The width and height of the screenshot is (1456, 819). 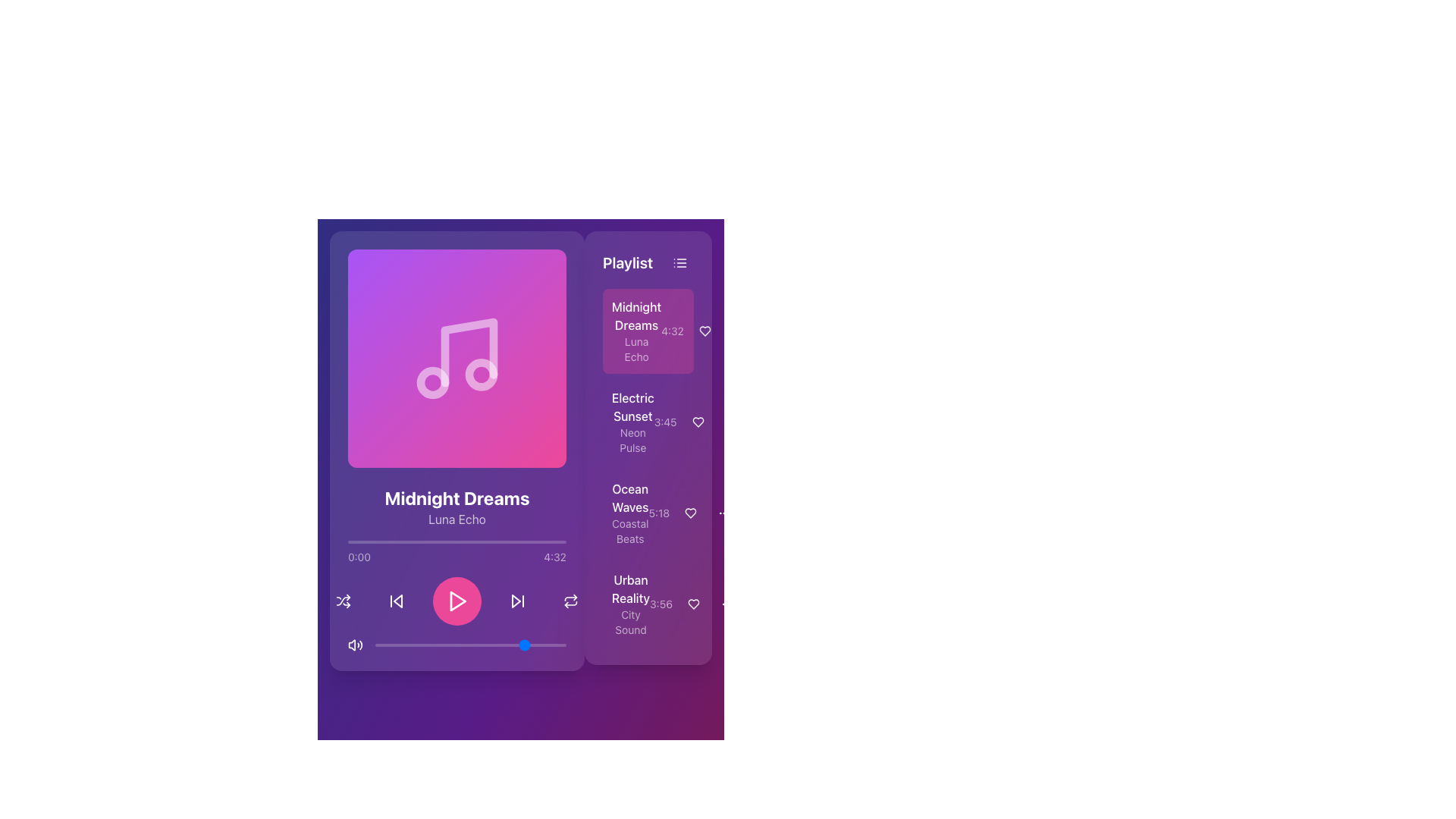 I want to click on the heart-shaped icon representing a 'like' or 'favorite' action in the music playlist interface, so click(x=704, y=330).